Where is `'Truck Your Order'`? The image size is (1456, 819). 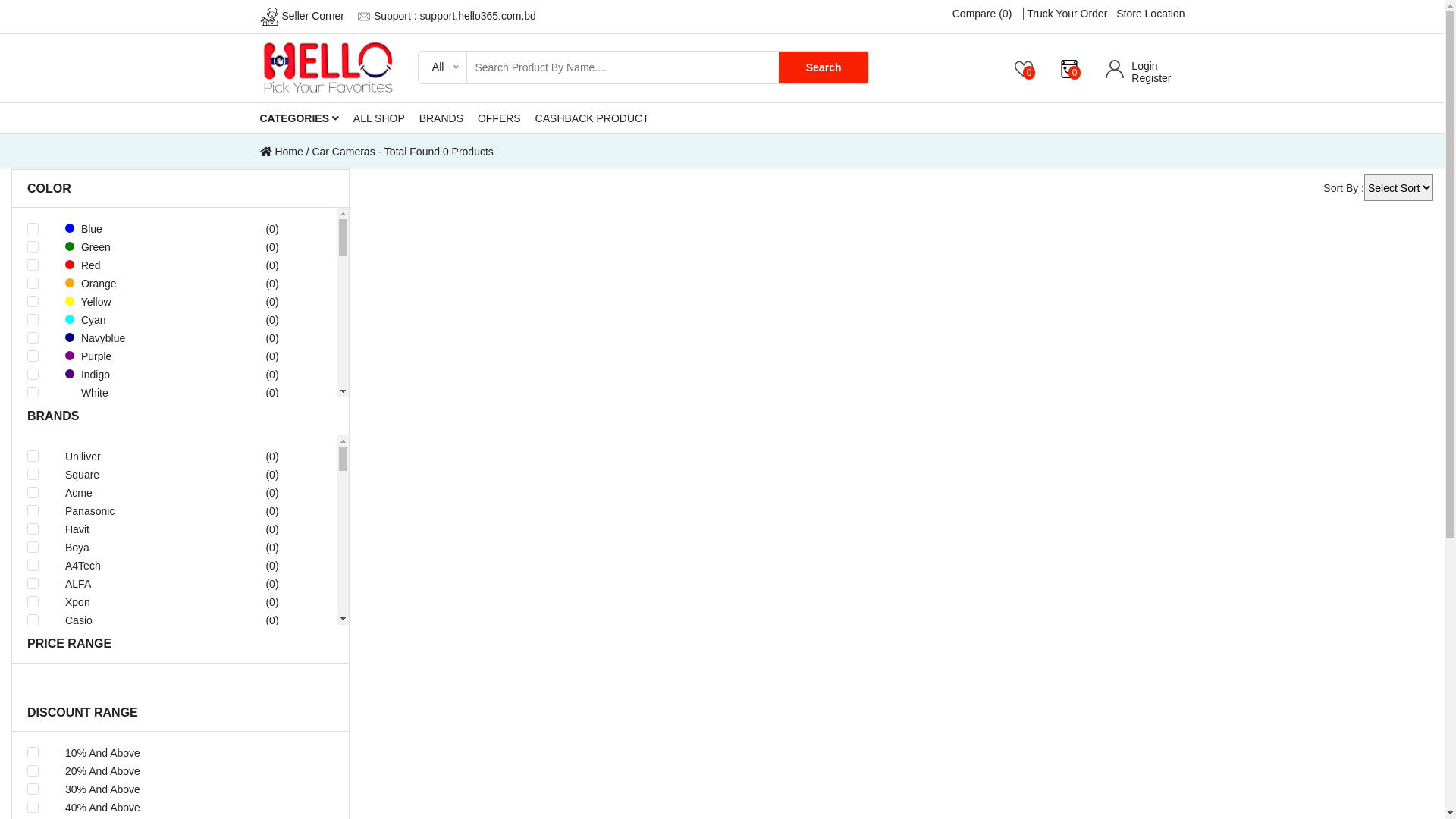
'Truck Your Order' is located at coordinates (1065, 14).